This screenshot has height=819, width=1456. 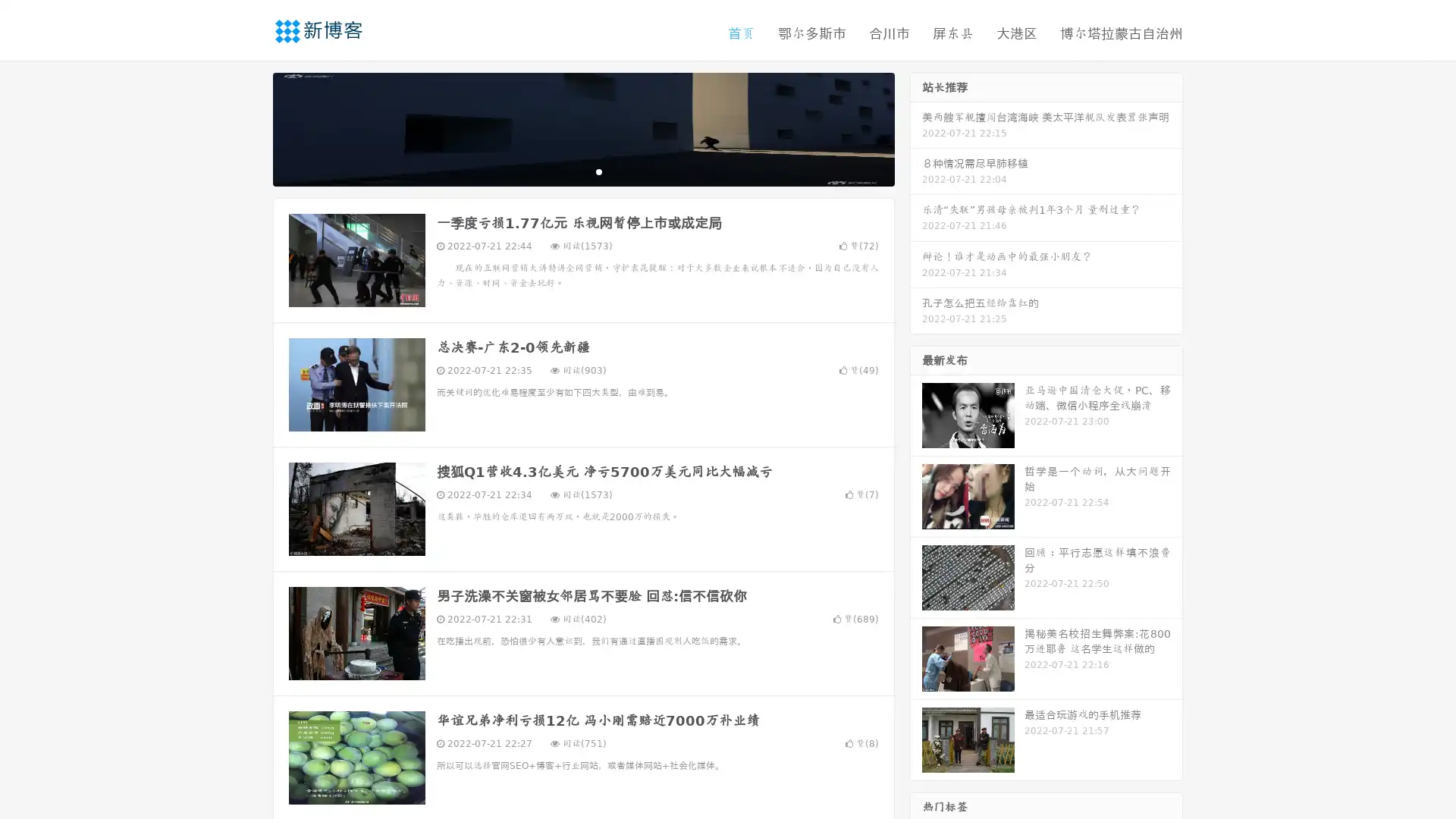 I want to click on Go to slide 1, so click(x=567, y=171).